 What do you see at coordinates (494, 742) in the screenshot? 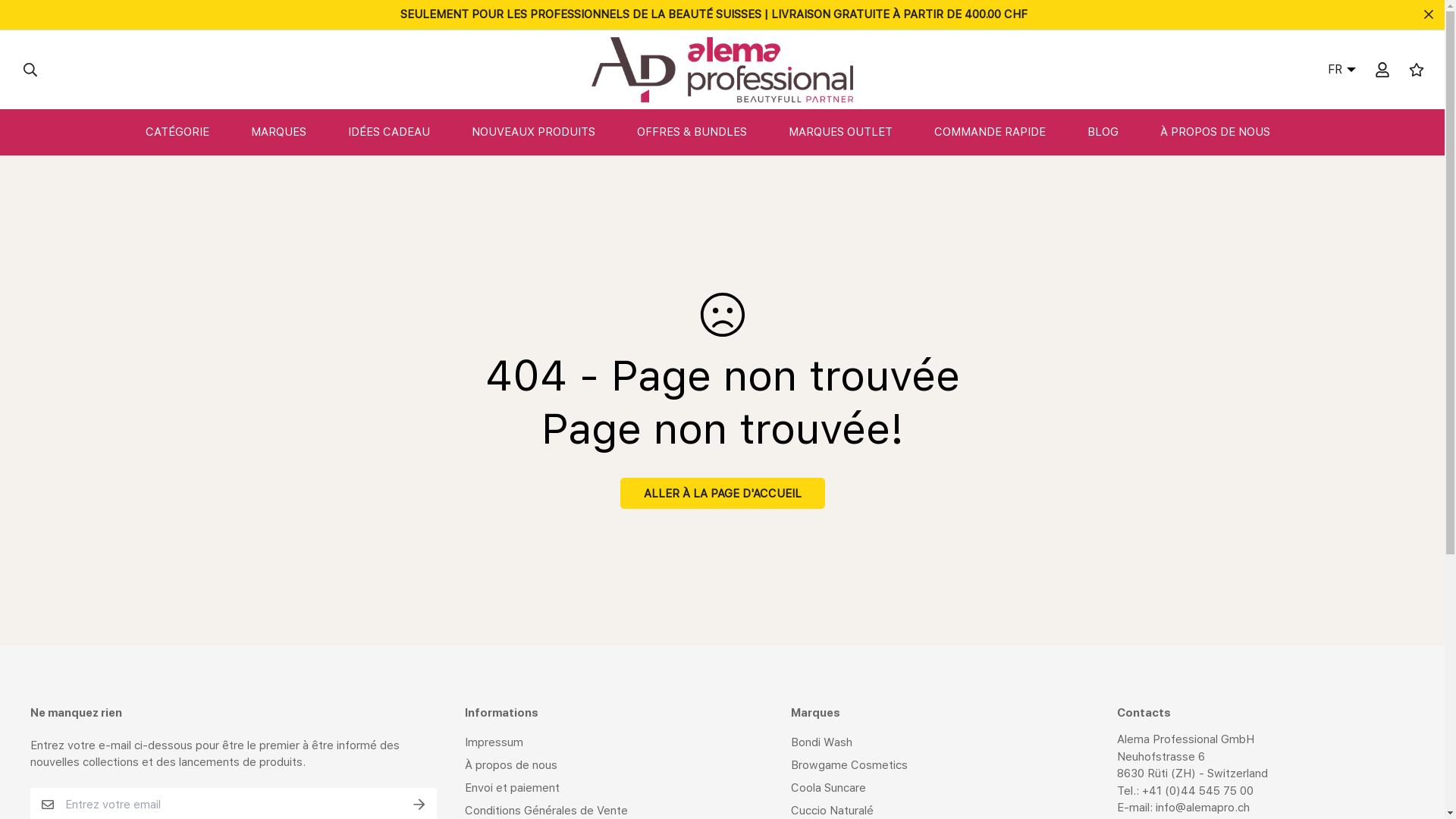
I see `'Impressum'` at bounding box center [494, 742].